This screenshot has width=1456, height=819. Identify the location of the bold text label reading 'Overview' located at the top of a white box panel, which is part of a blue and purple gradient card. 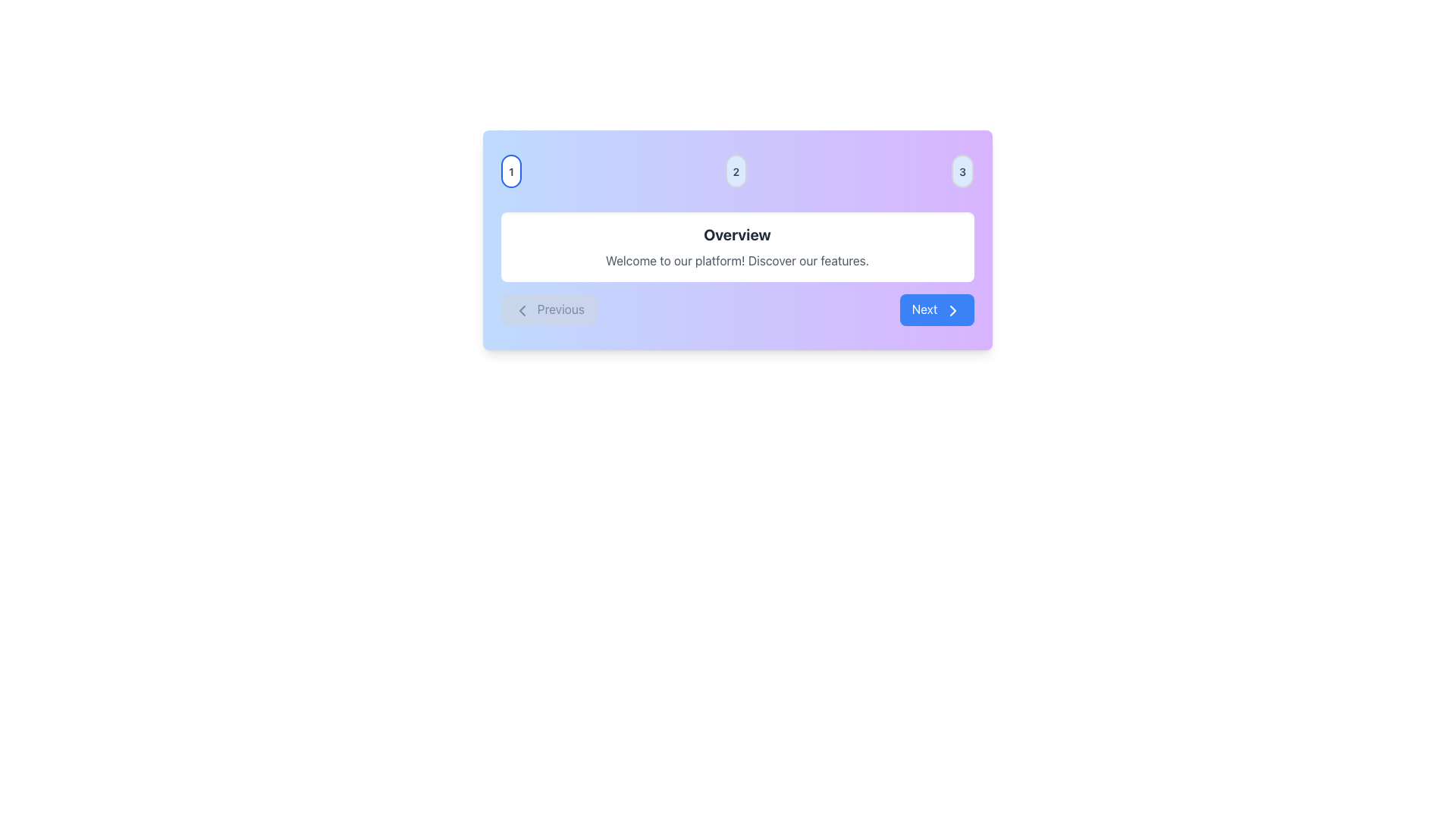
(737, 234).